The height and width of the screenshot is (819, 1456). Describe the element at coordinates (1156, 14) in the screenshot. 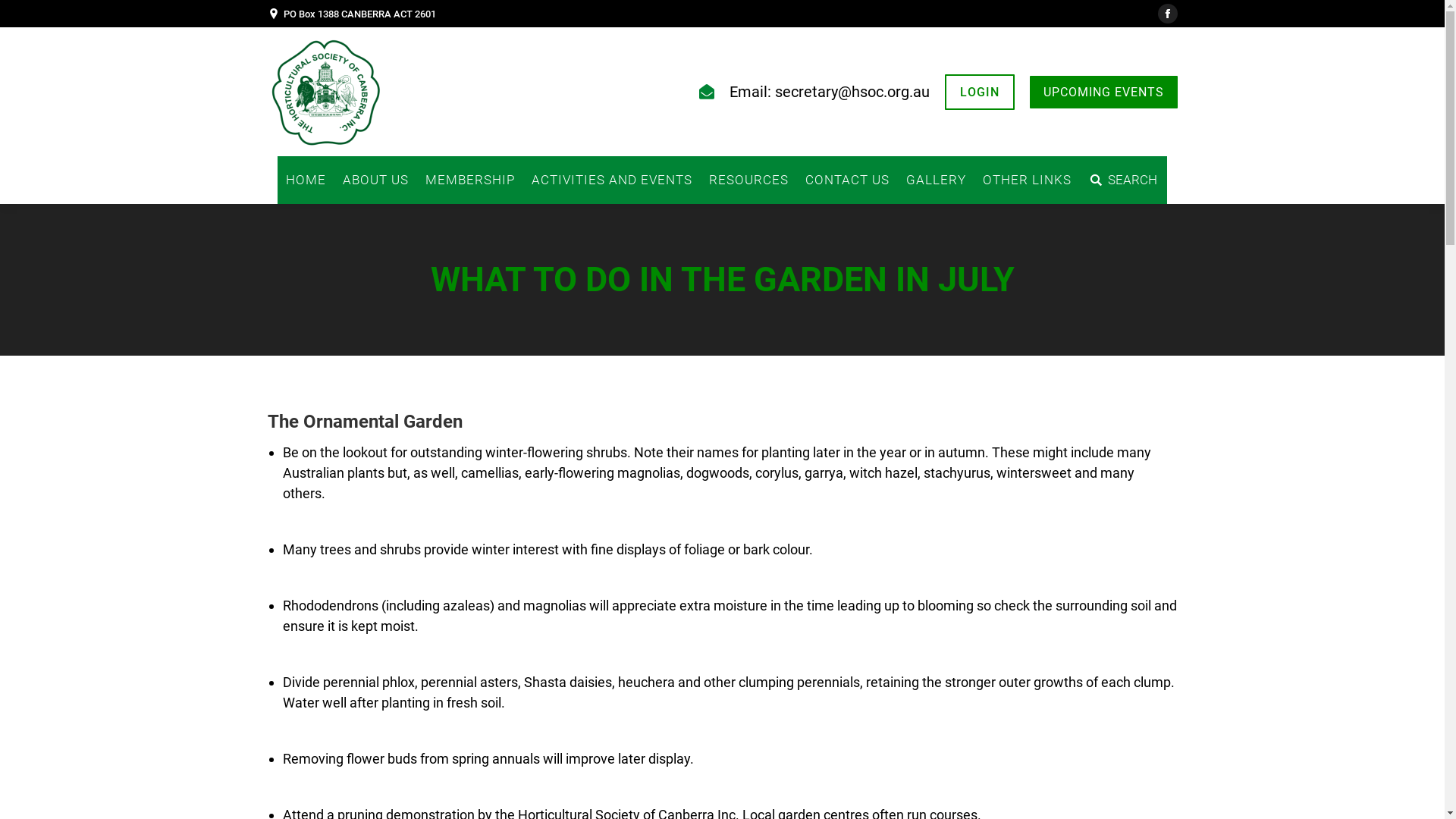

I see `'Facebook'` at that location.